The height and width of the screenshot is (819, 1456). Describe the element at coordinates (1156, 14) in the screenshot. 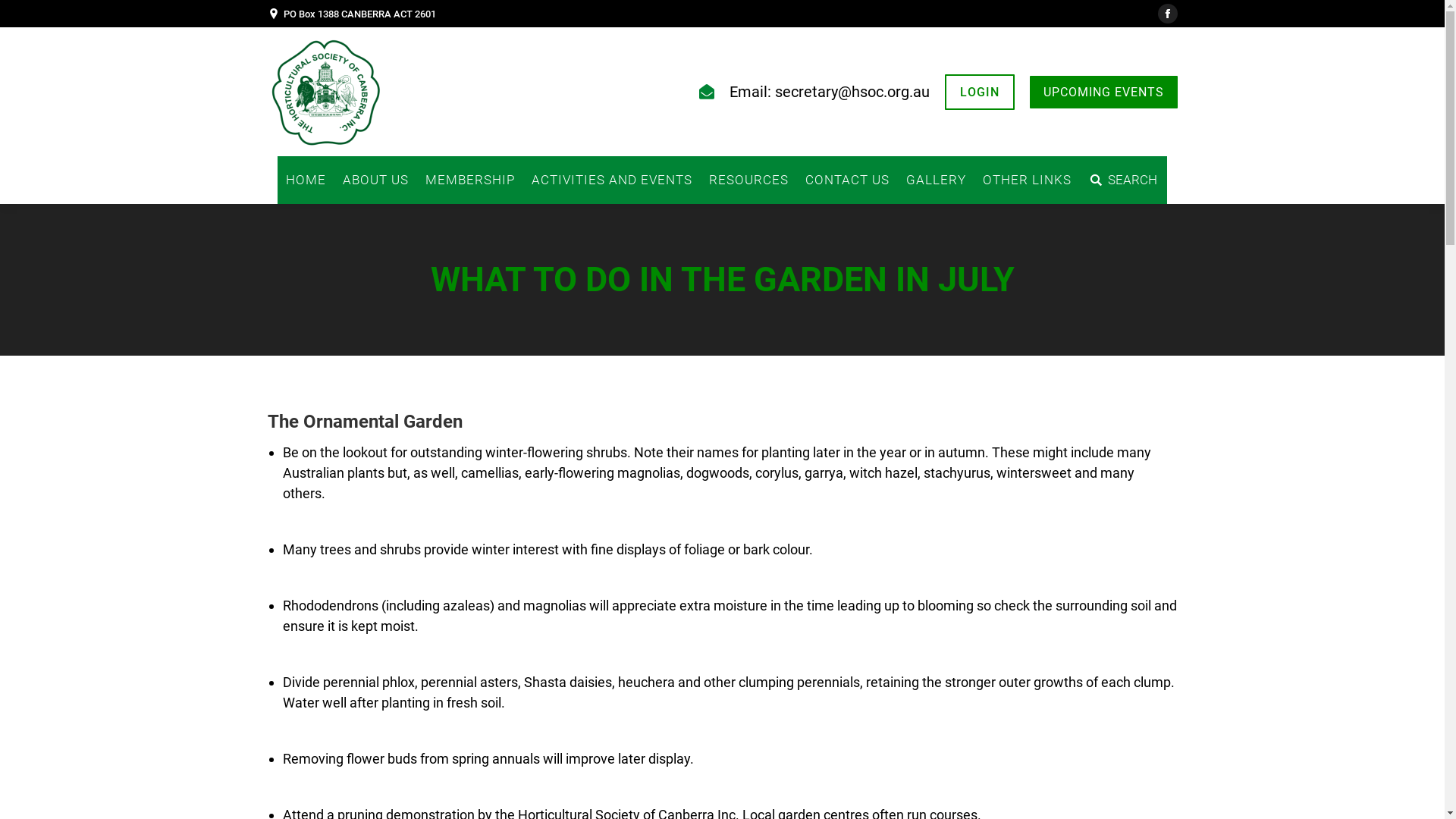

I see `'Facebook'` at that location.